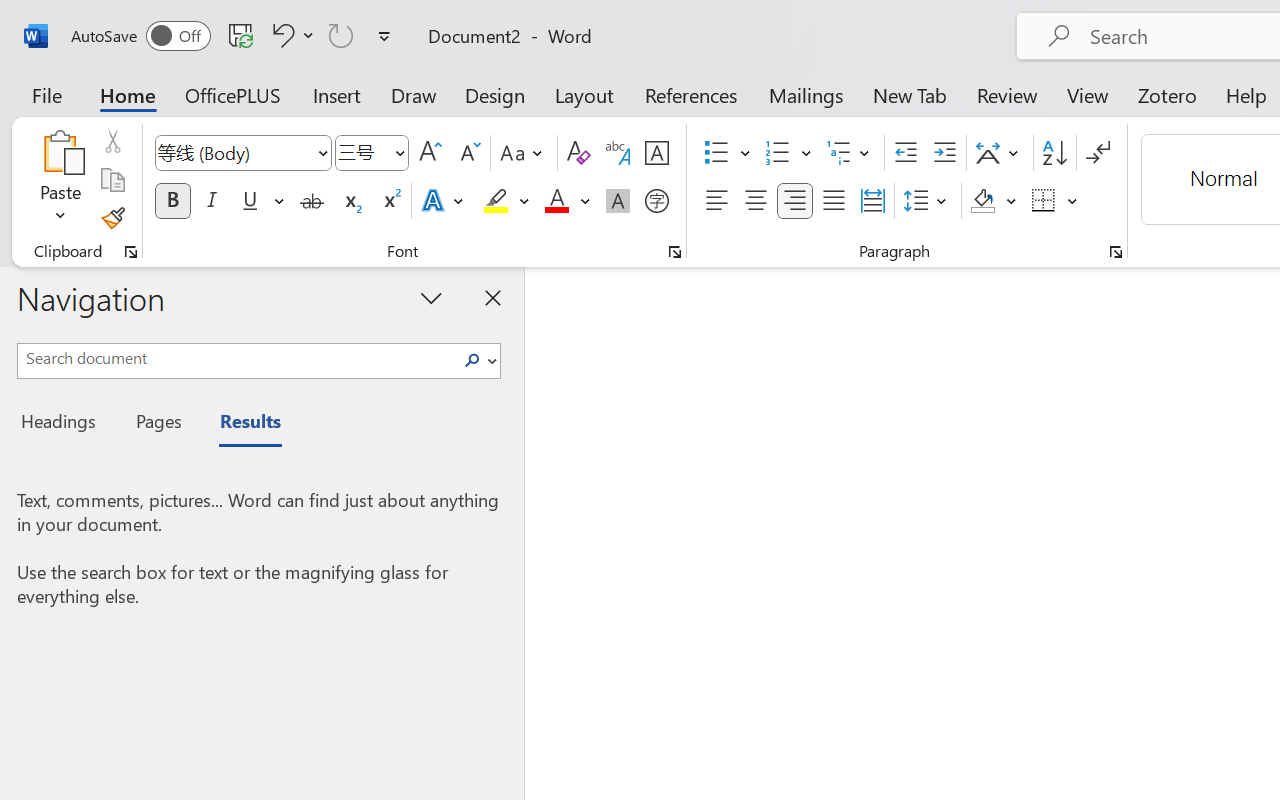 Image resolution: width=1280 pixels, height=800 pixels. What do you see at coordinates (496, 201) in the screenshot?
I see `'Text Highlight Color Yellow'` at bounding box center [496, 201].